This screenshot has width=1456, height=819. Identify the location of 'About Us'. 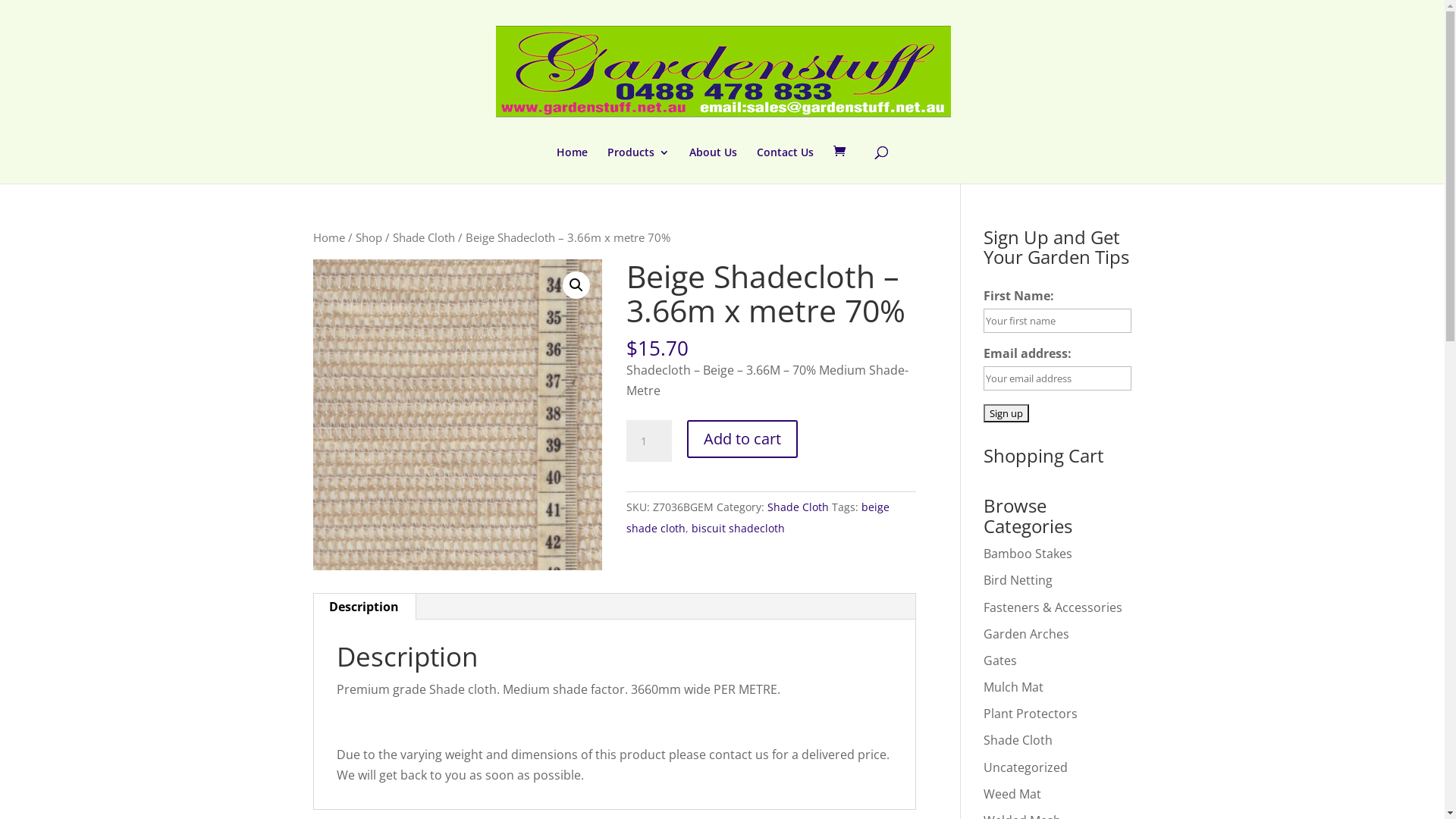
(712, 165).